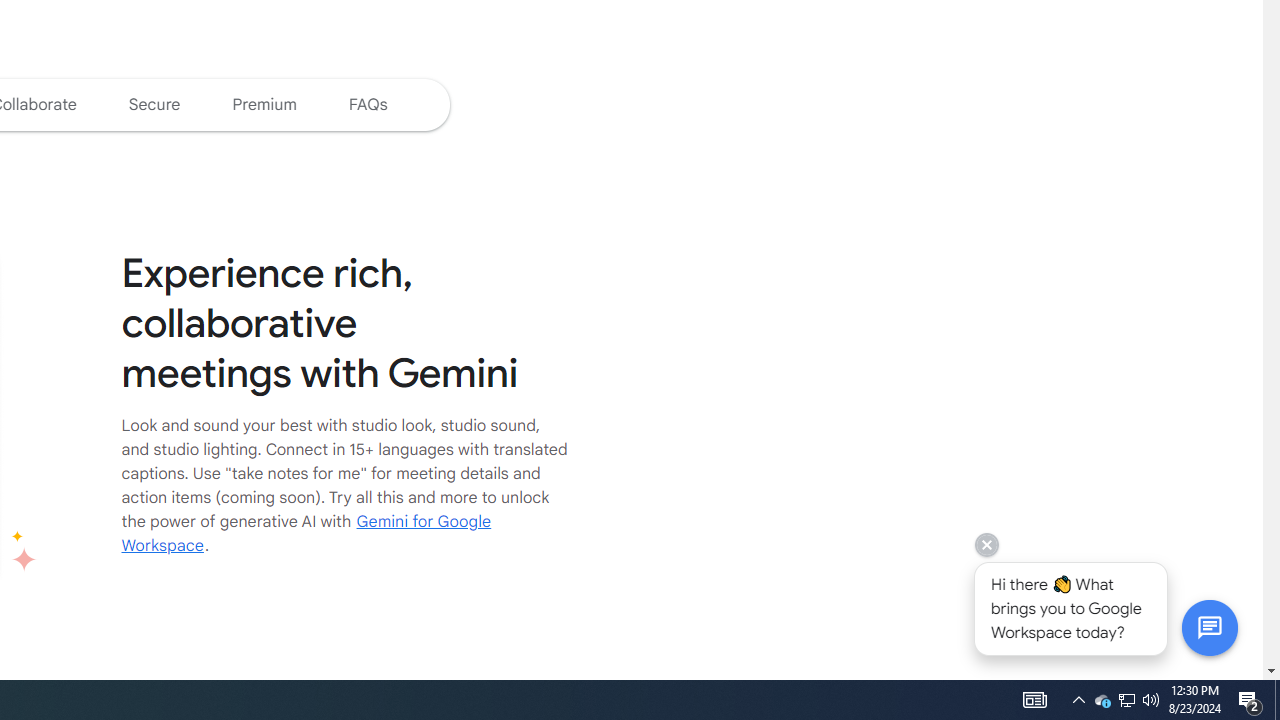 Image resolution: width=1280 pixels, height=720 pixels. Describe the element at coordinates (1208, 626) in the screenshot. I see `'AutomationID: cloud-chatbot-chat-activate-bar-desktop'` at that location.